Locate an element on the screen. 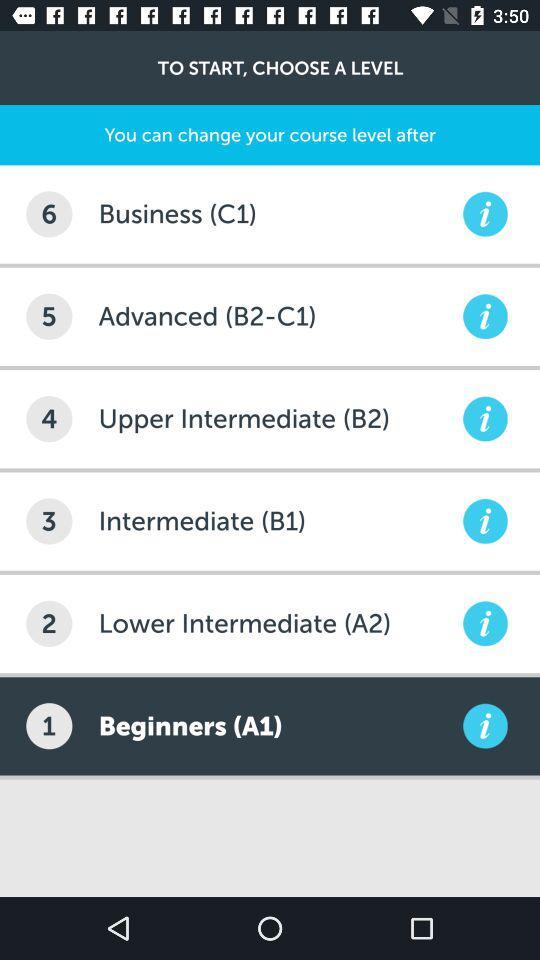 The height and width of the screenshot is (960, 540). the icon to the left of the advanced (b2-c1) is located at coordinates (49, 316).